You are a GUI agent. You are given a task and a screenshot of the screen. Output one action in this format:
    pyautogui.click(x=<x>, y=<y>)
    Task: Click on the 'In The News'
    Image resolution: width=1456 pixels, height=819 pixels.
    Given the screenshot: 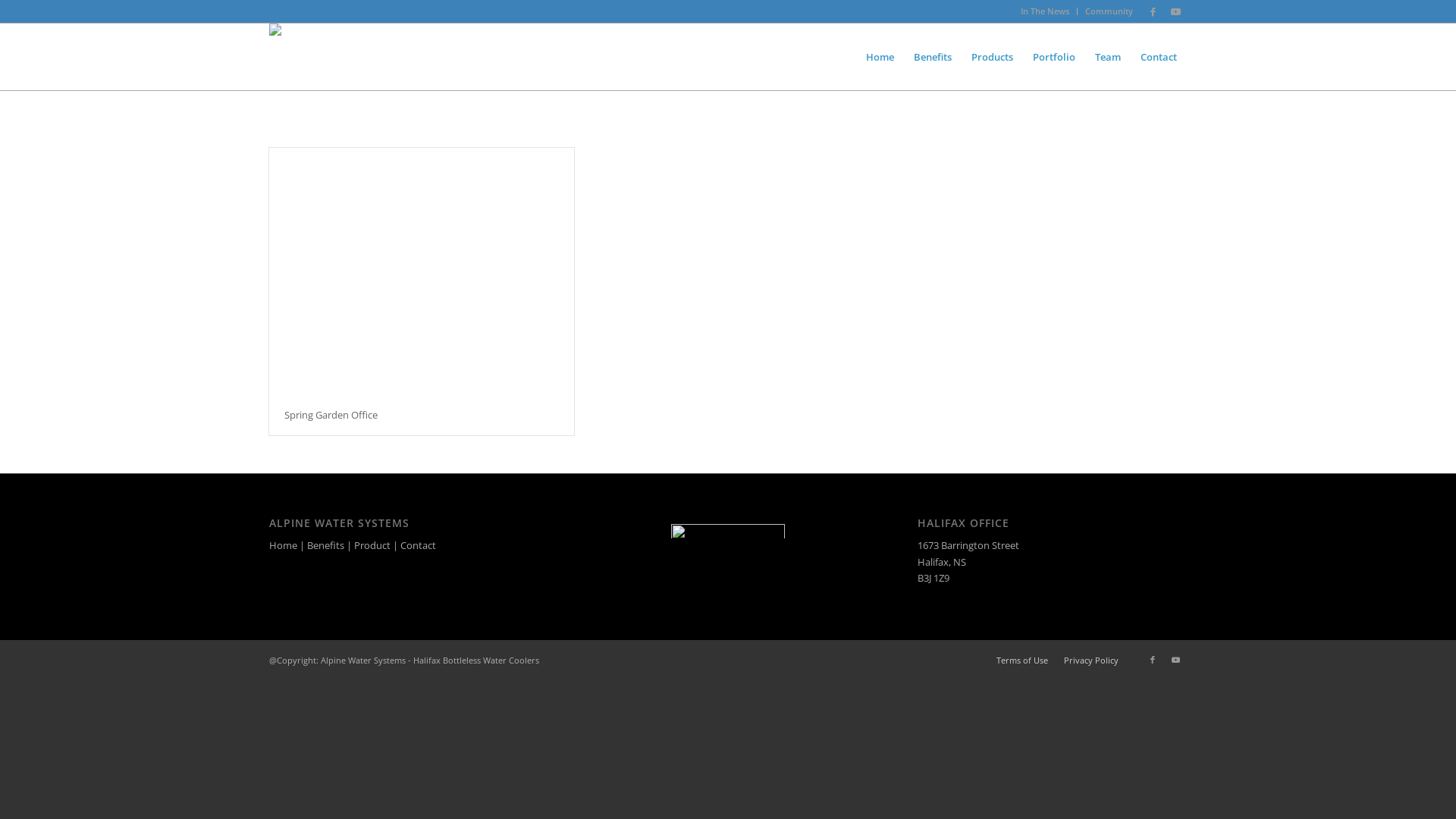 What is the action you would take?
    pyautogui.click(x=1020, y=11)
    